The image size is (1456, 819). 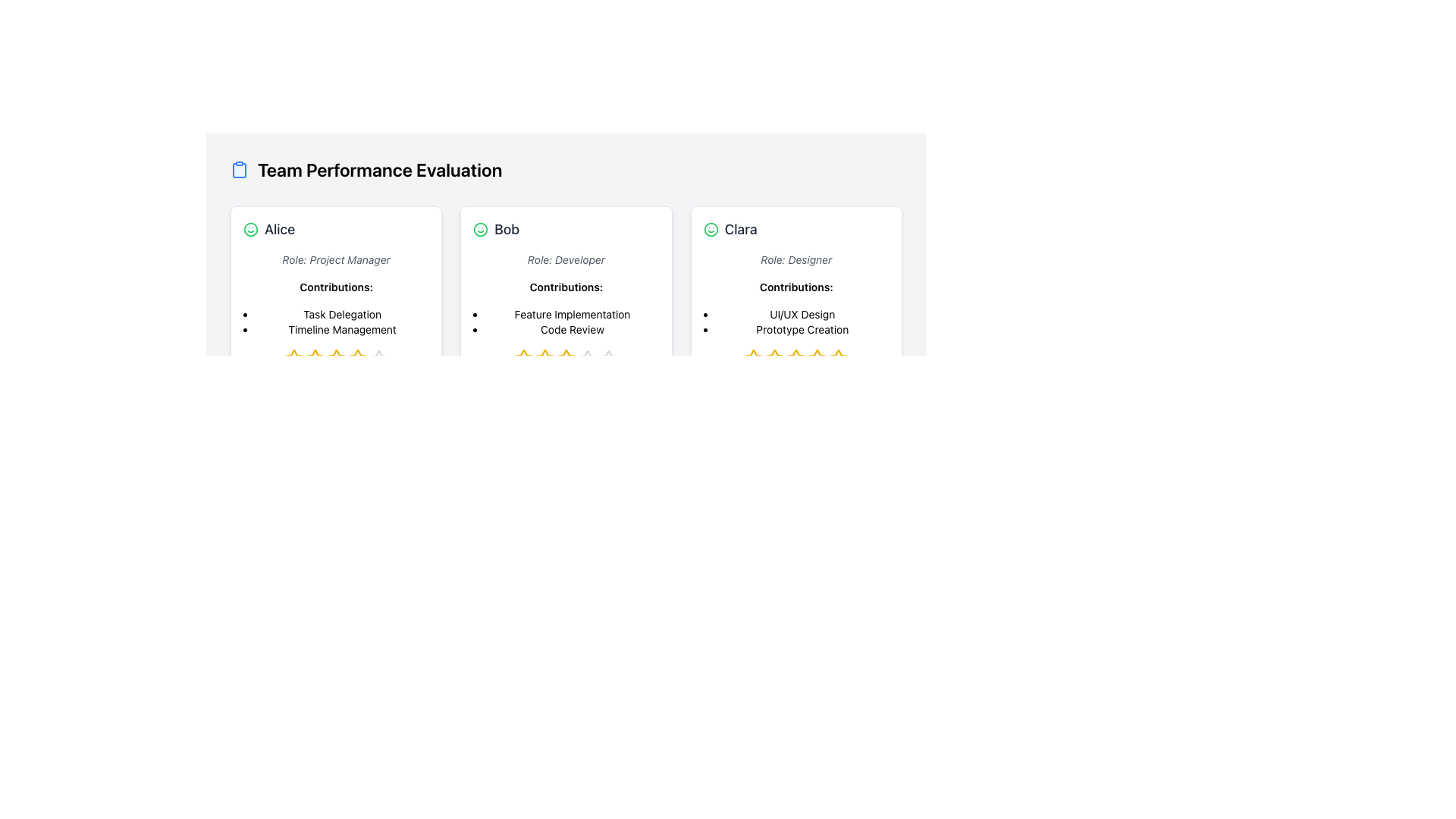 What do you see at coordinates (817, 359) in the screenshot?
I see `the sixth yellow star icon in the rating component under the 'Clara' section to rate it` at bounding box center [817, 359].